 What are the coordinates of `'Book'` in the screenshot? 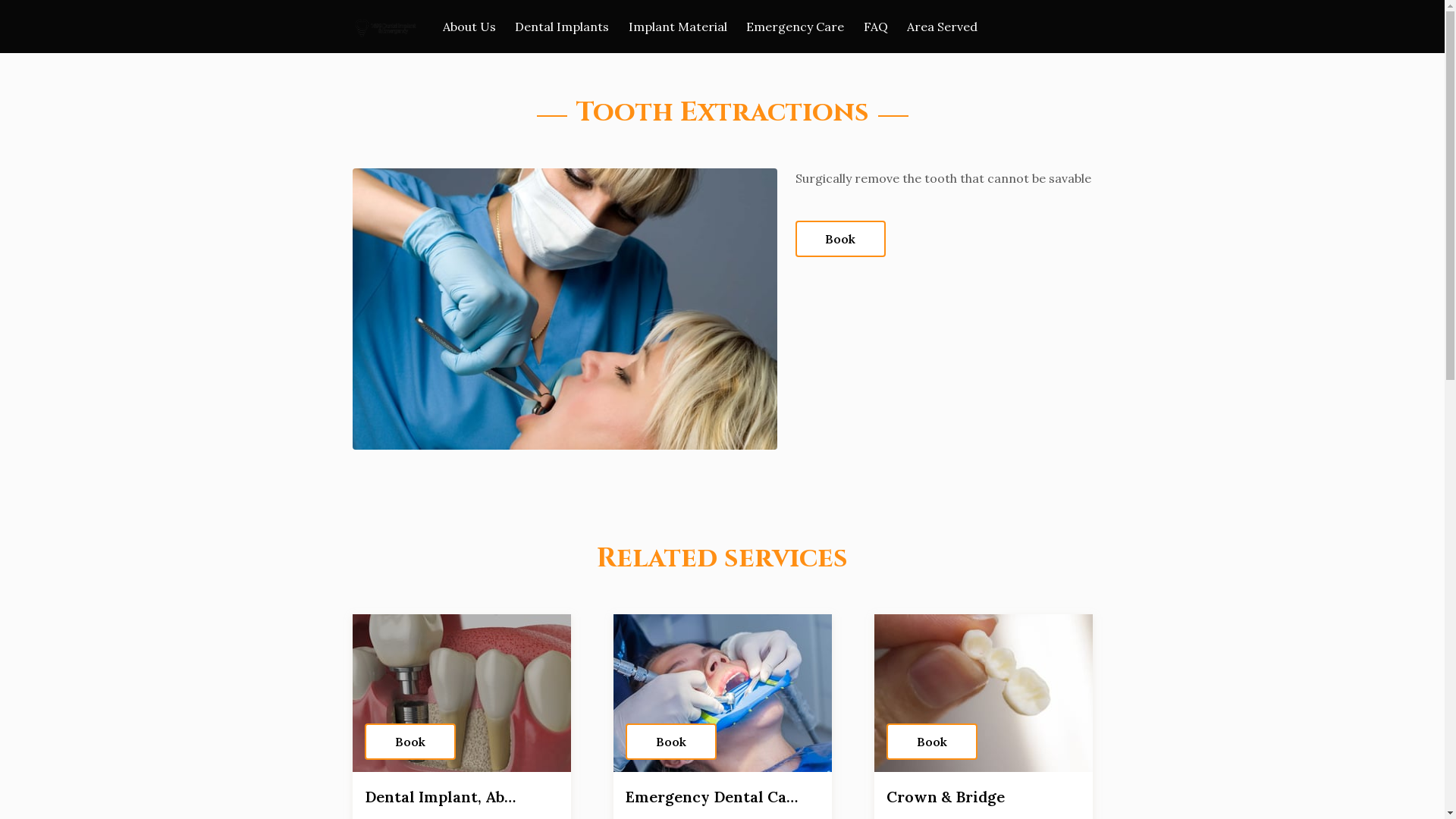 It's located at (409, 741).